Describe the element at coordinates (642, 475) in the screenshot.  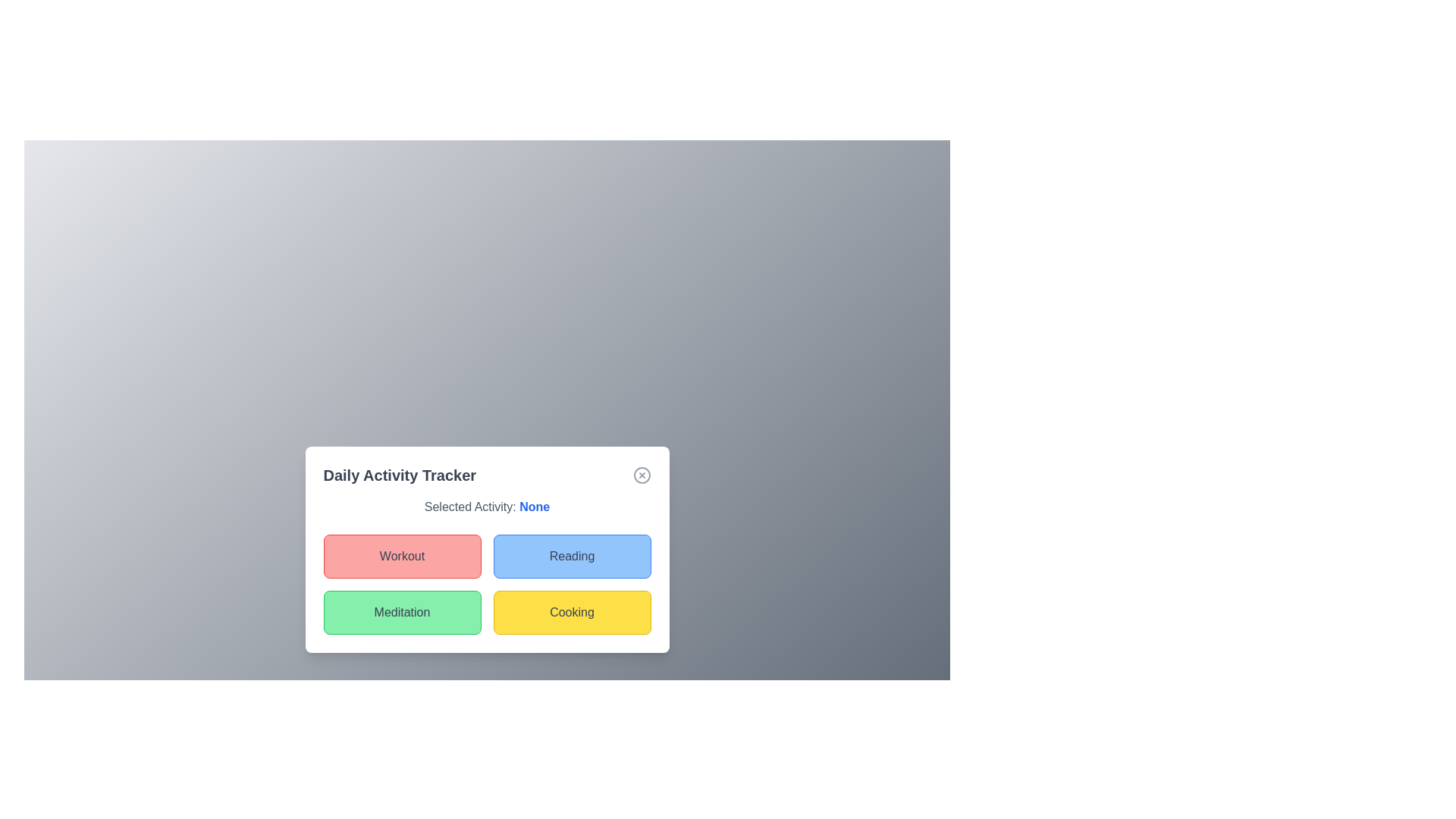
I see `the close icon to close the dialog` at that location.